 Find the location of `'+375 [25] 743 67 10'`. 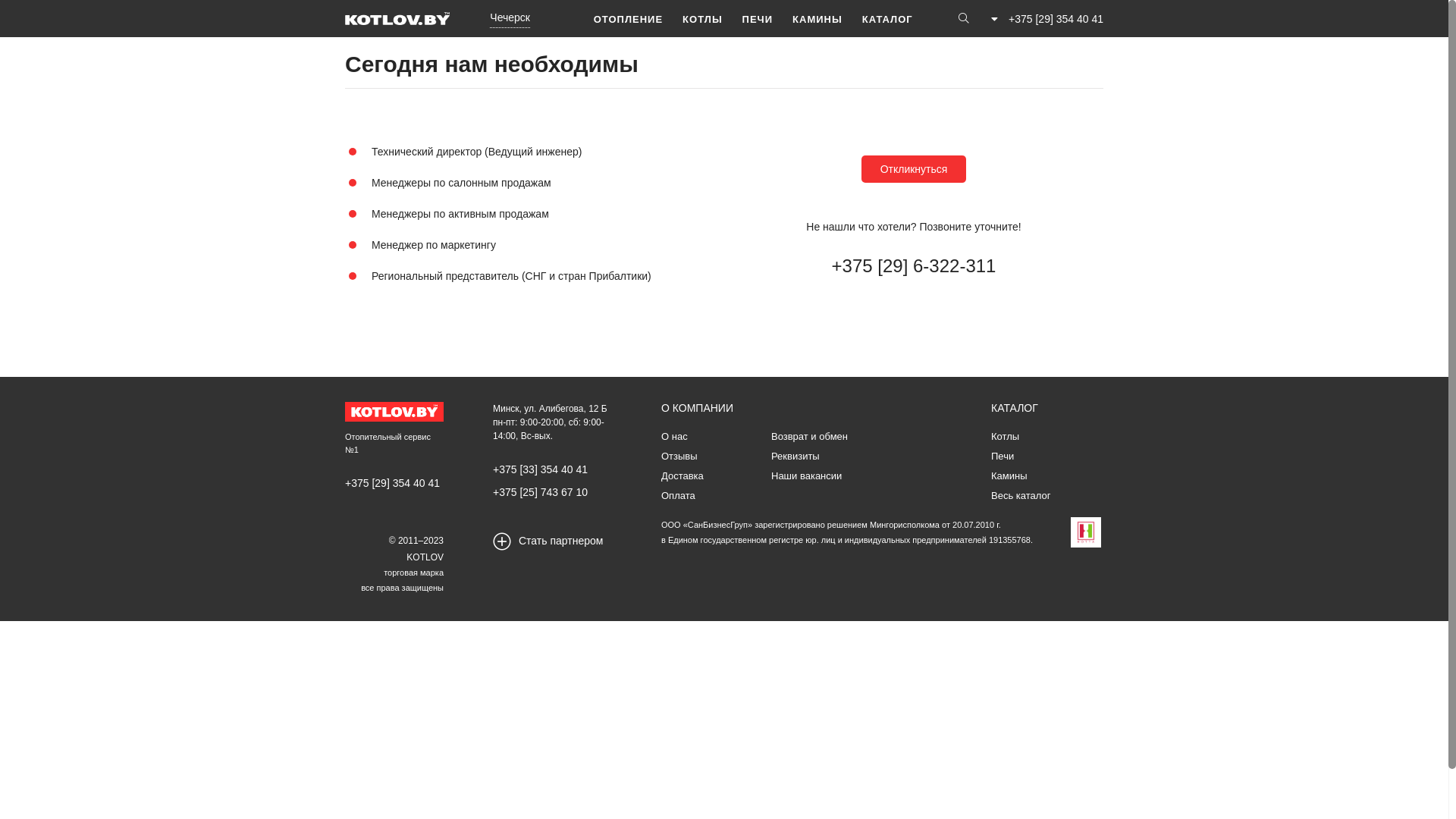

'+375 [25] 743 67 10' is located at coordinates (540, 491).